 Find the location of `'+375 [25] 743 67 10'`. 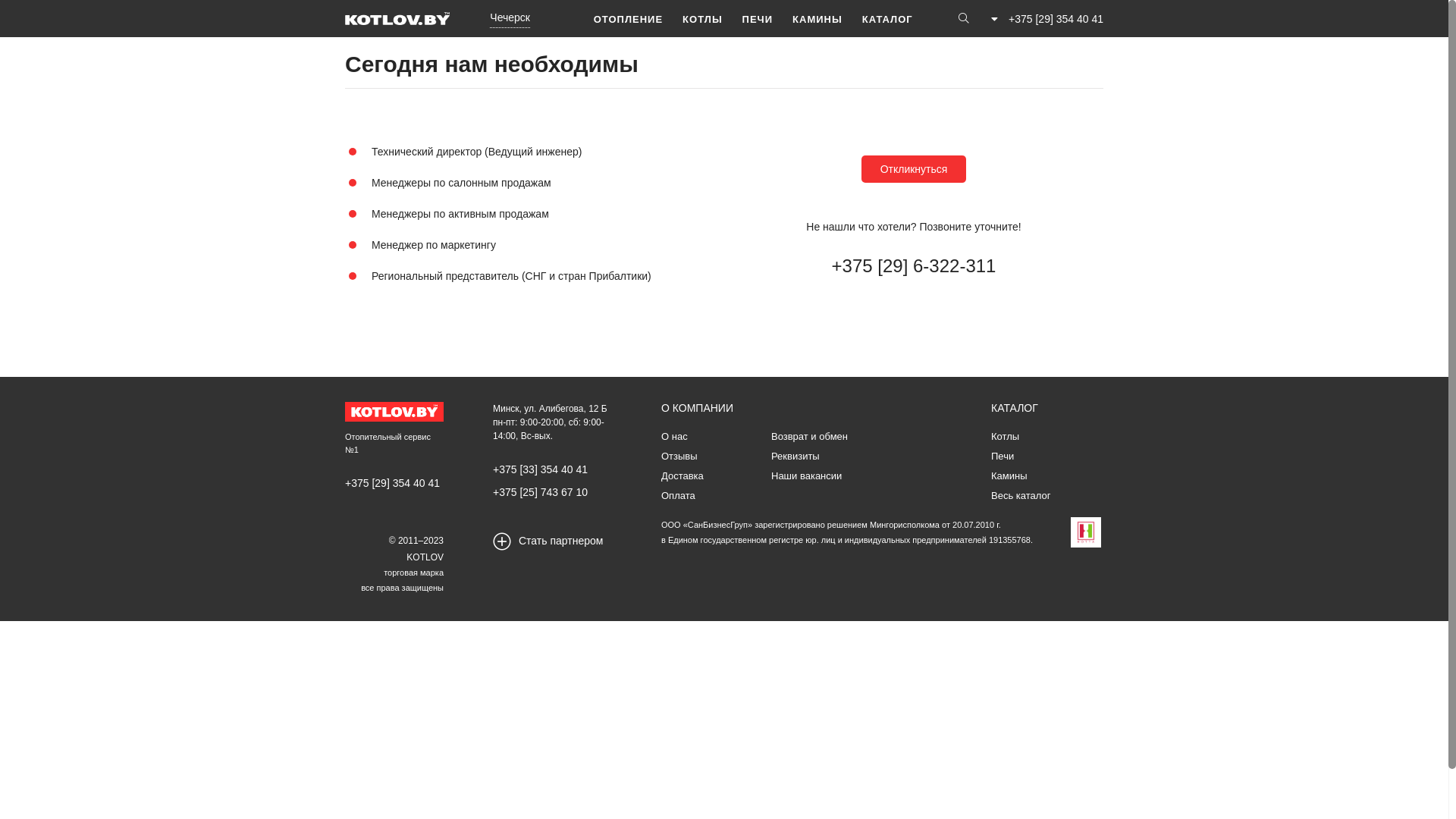

'+375 [25] 743 67 10' is located at coordinates (540, 491).